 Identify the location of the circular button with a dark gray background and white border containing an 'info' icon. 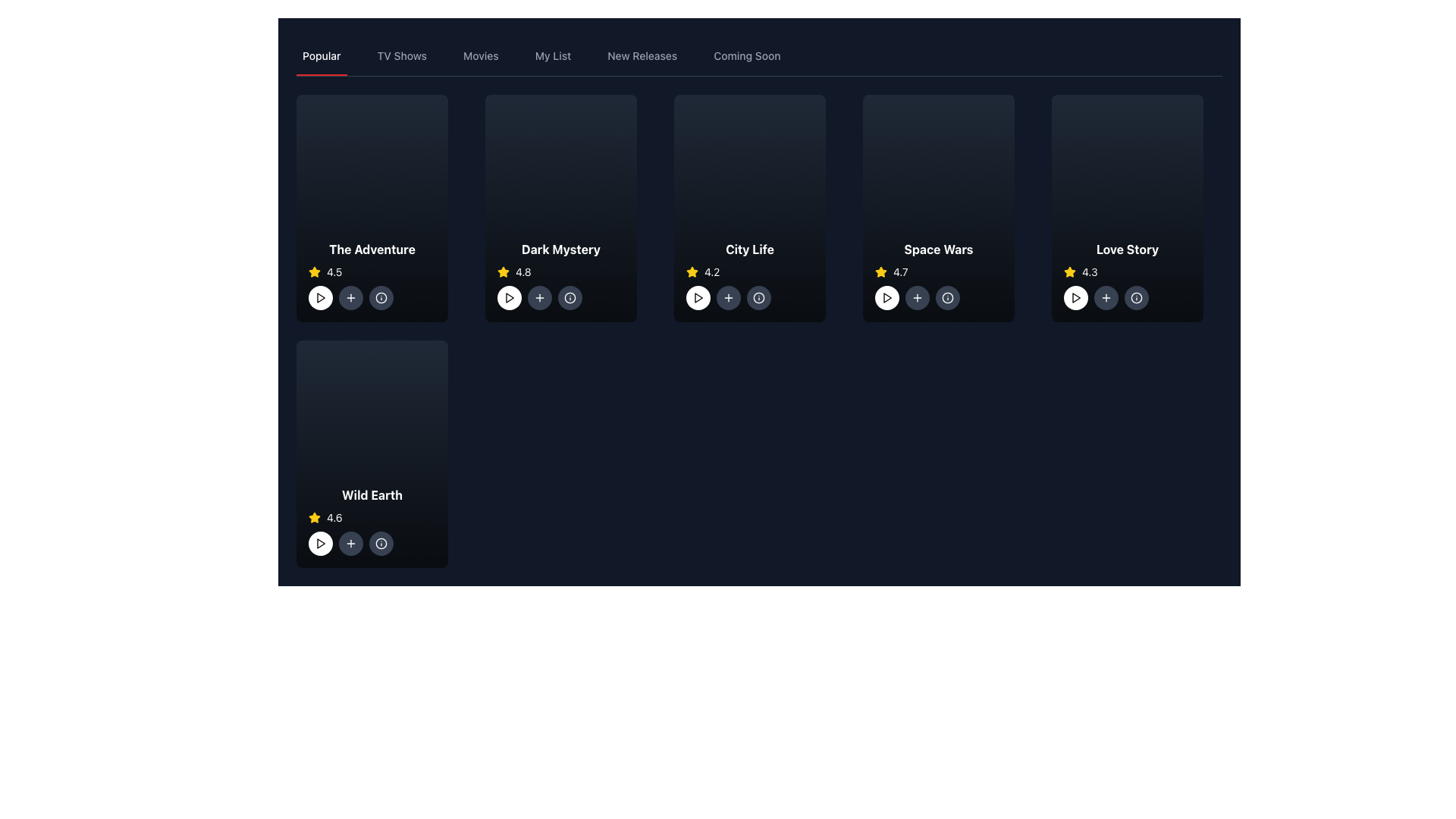
(1136, 298).